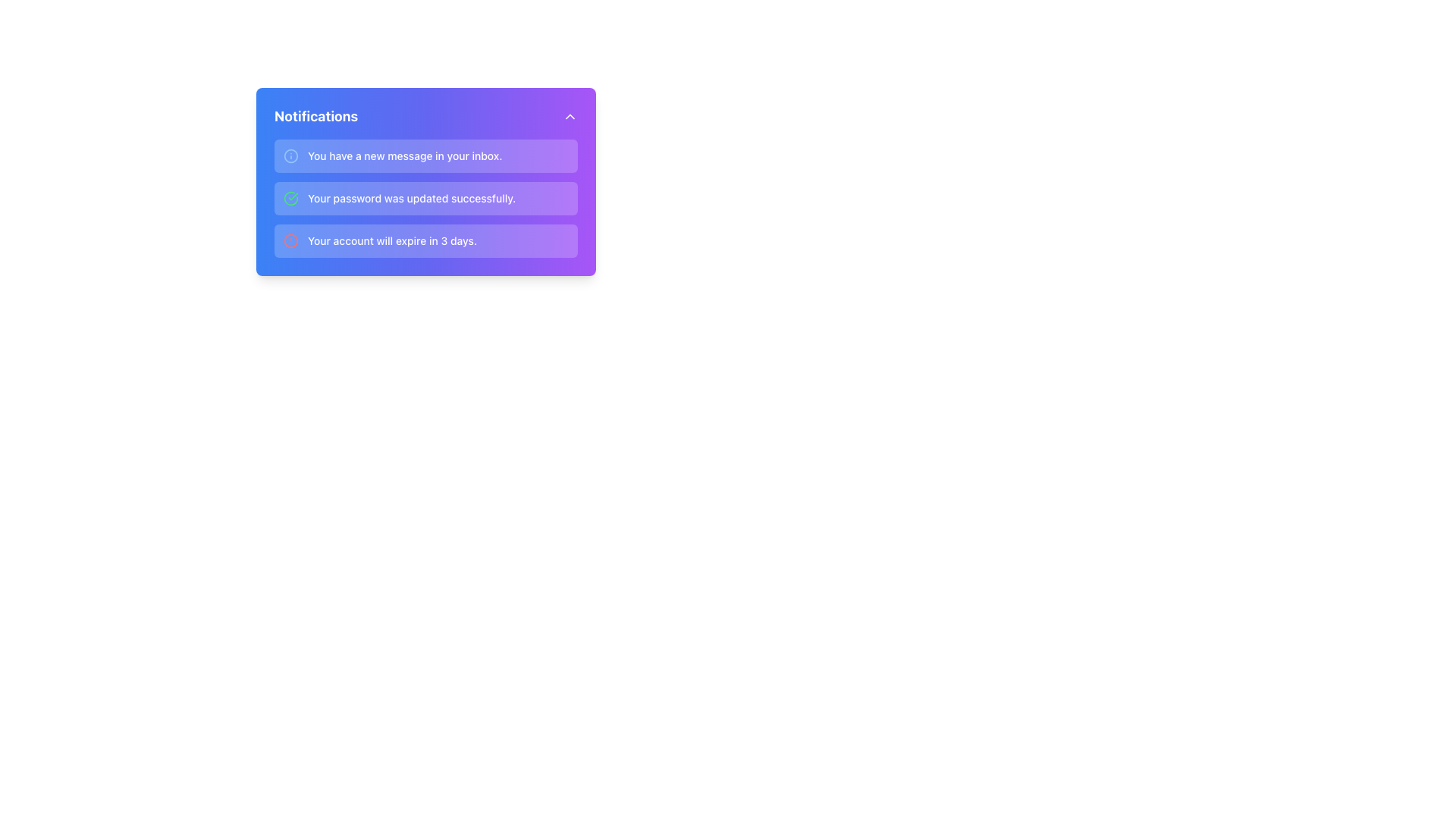 This screenshot has height=819, width=1456. What do you see at coordinates (425, 155) in the screenshot?
I see `the first notification card in the vertical list to acknowledge the new message notification` at bounding box center [425, 155].